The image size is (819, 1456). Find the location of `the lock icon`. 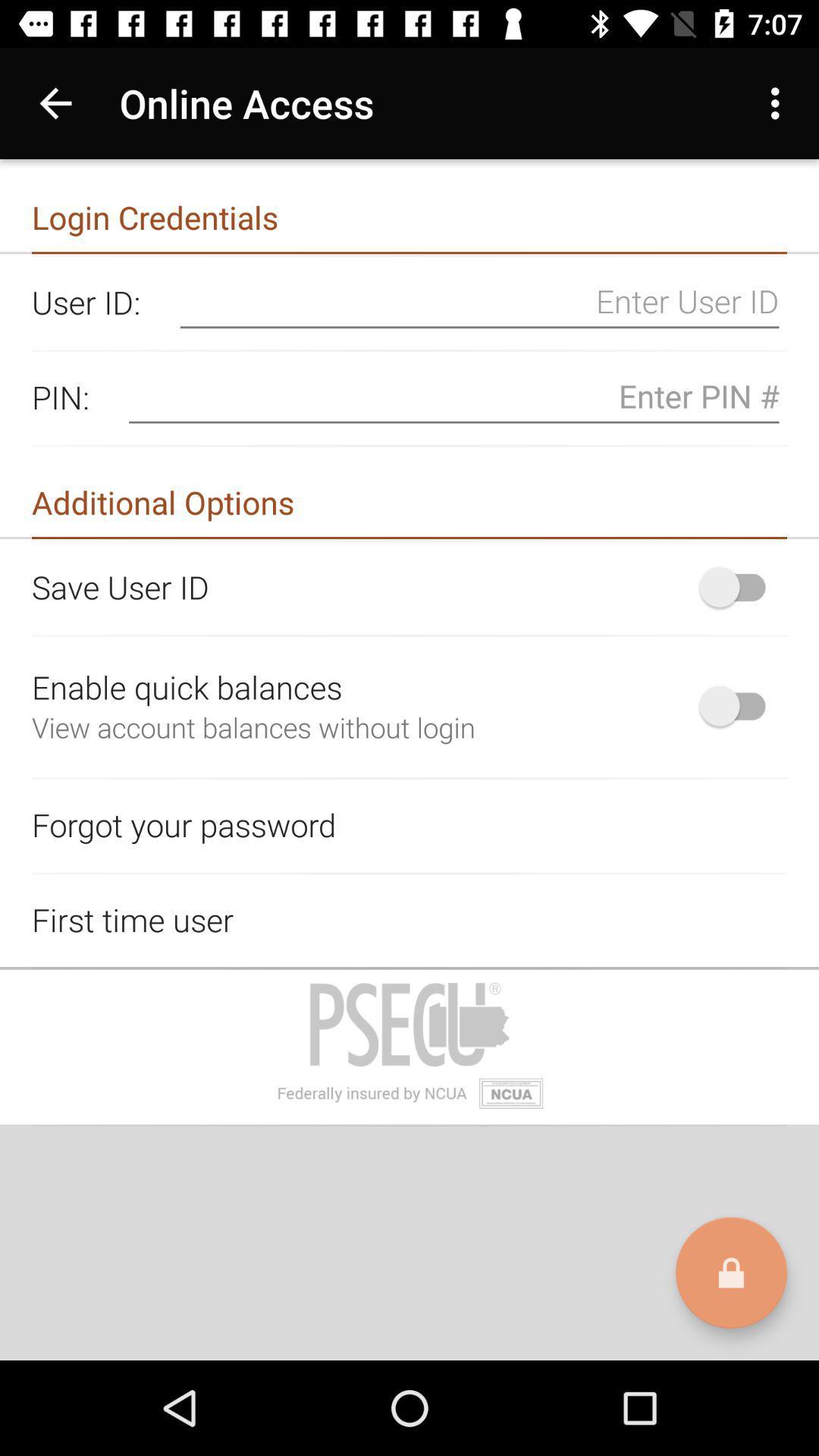

the lock icon is located at coordinates (730, 1272).